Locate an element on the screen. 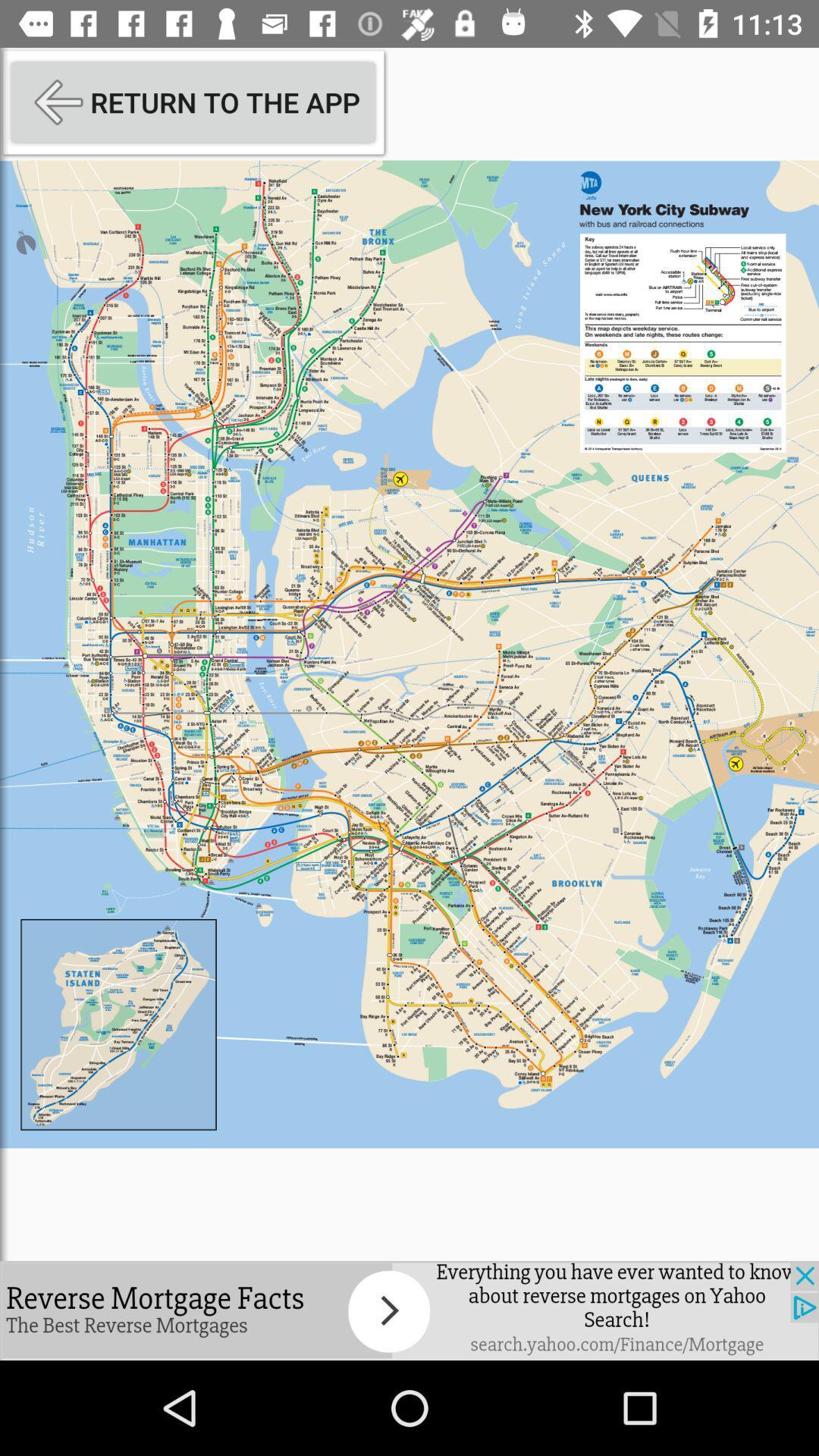 The width and height of the screenshot is (819, 1456). click the main page is located at coordinates (409, 654).